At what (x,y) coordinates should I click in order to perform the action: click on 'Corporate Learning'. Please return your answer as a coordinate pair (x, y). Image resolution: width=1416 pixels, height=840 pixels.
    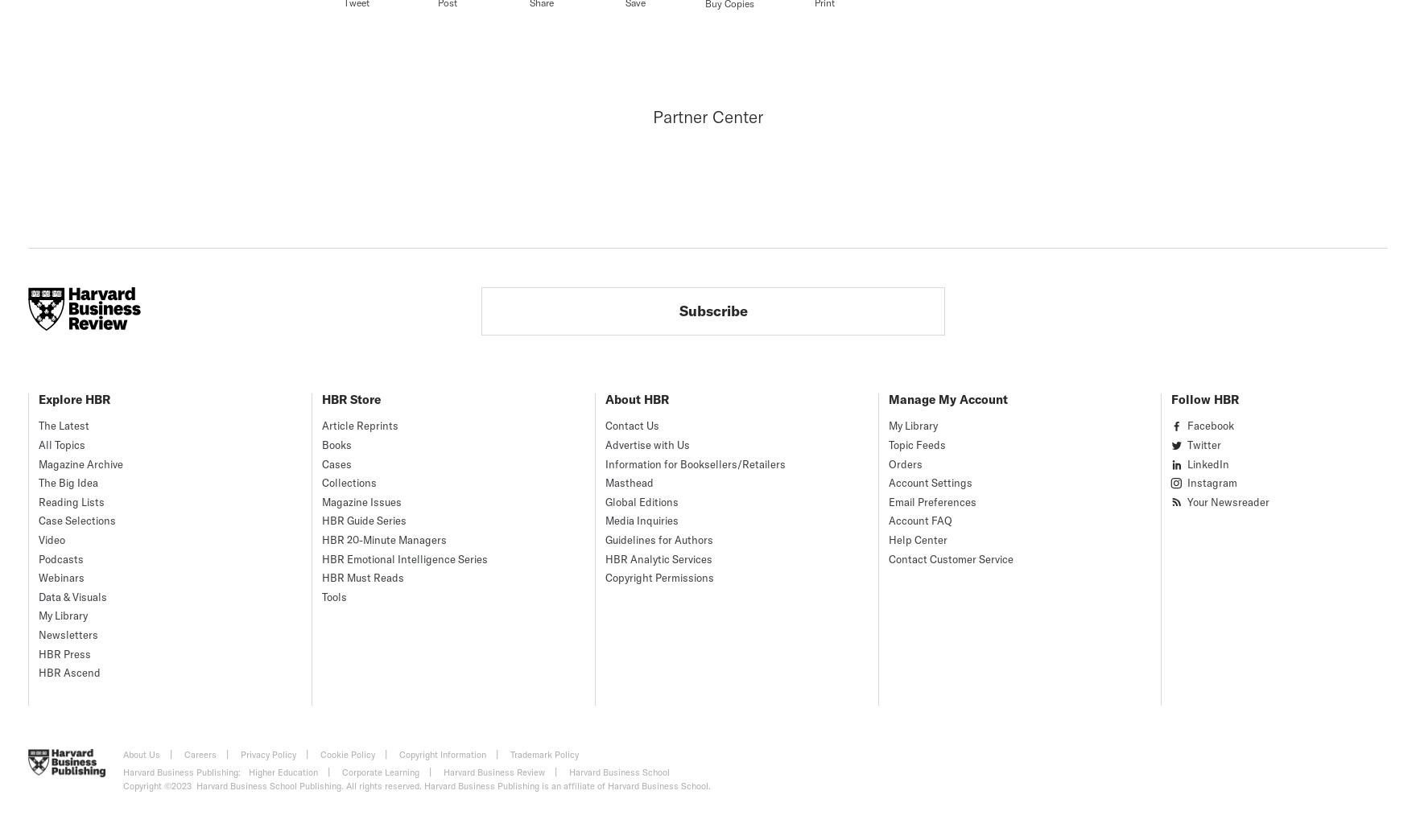
    Looking at the image, I should click on (379, 771).